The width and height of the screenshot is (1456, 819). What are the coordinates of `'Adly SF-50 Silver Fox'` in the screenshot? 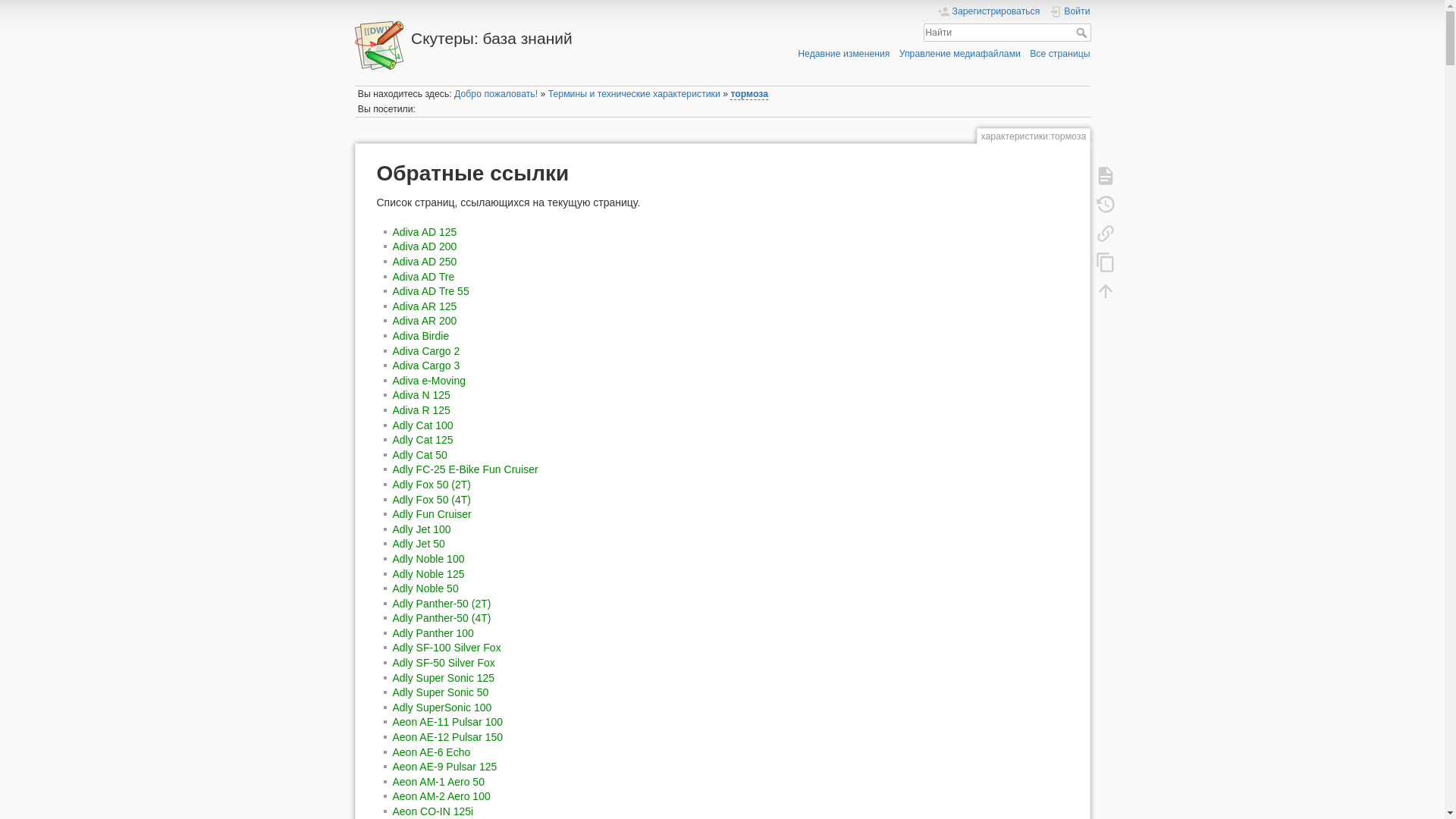 It's located at (443, 662).